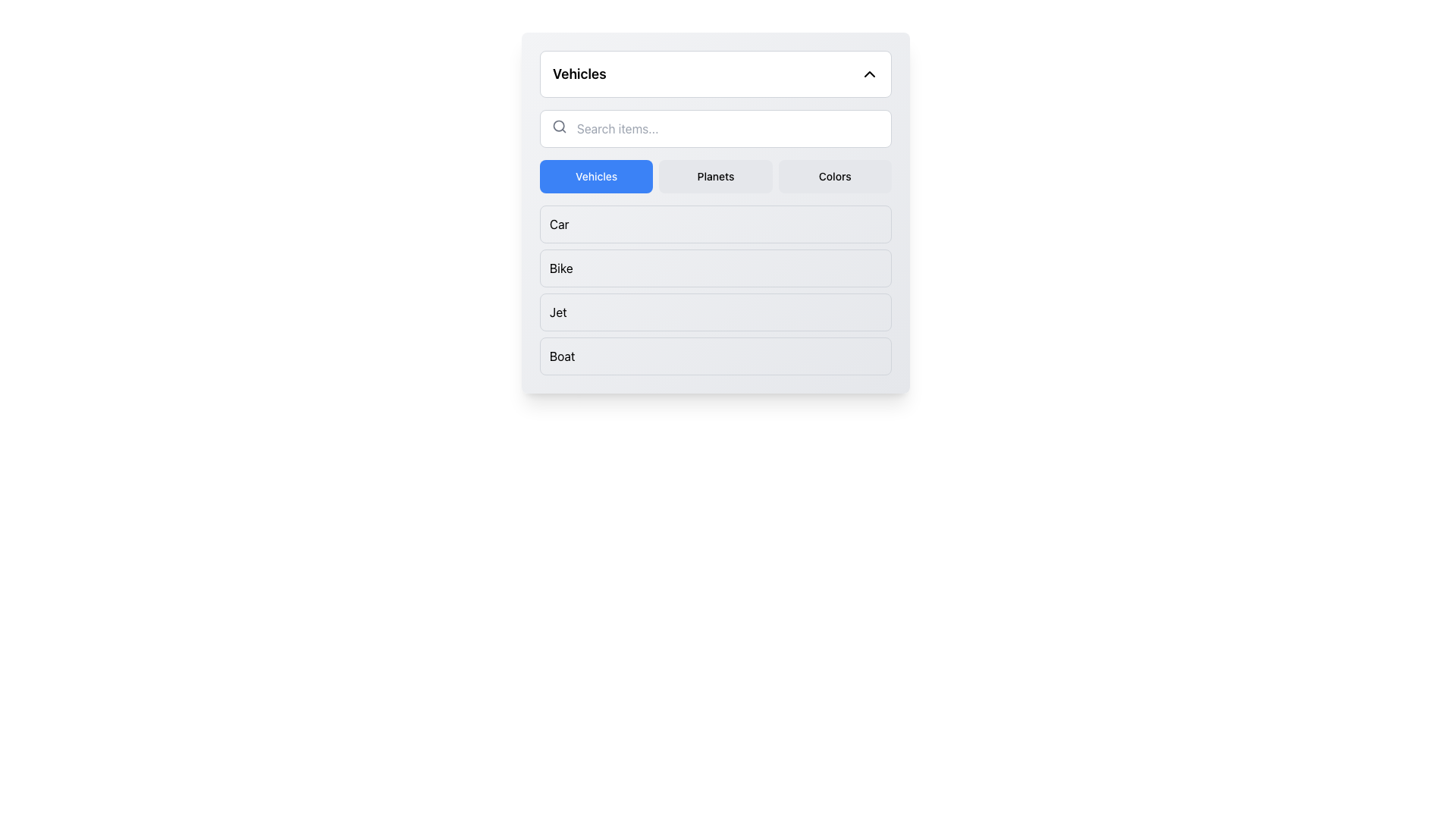  Describe the element at coordinates (559, 125) in the screenshot. I see `the search icon represented as a magnifying glass, which is located at the leftmost side of the search bar input field next to the placeholder text 'Search items...'` at that location.